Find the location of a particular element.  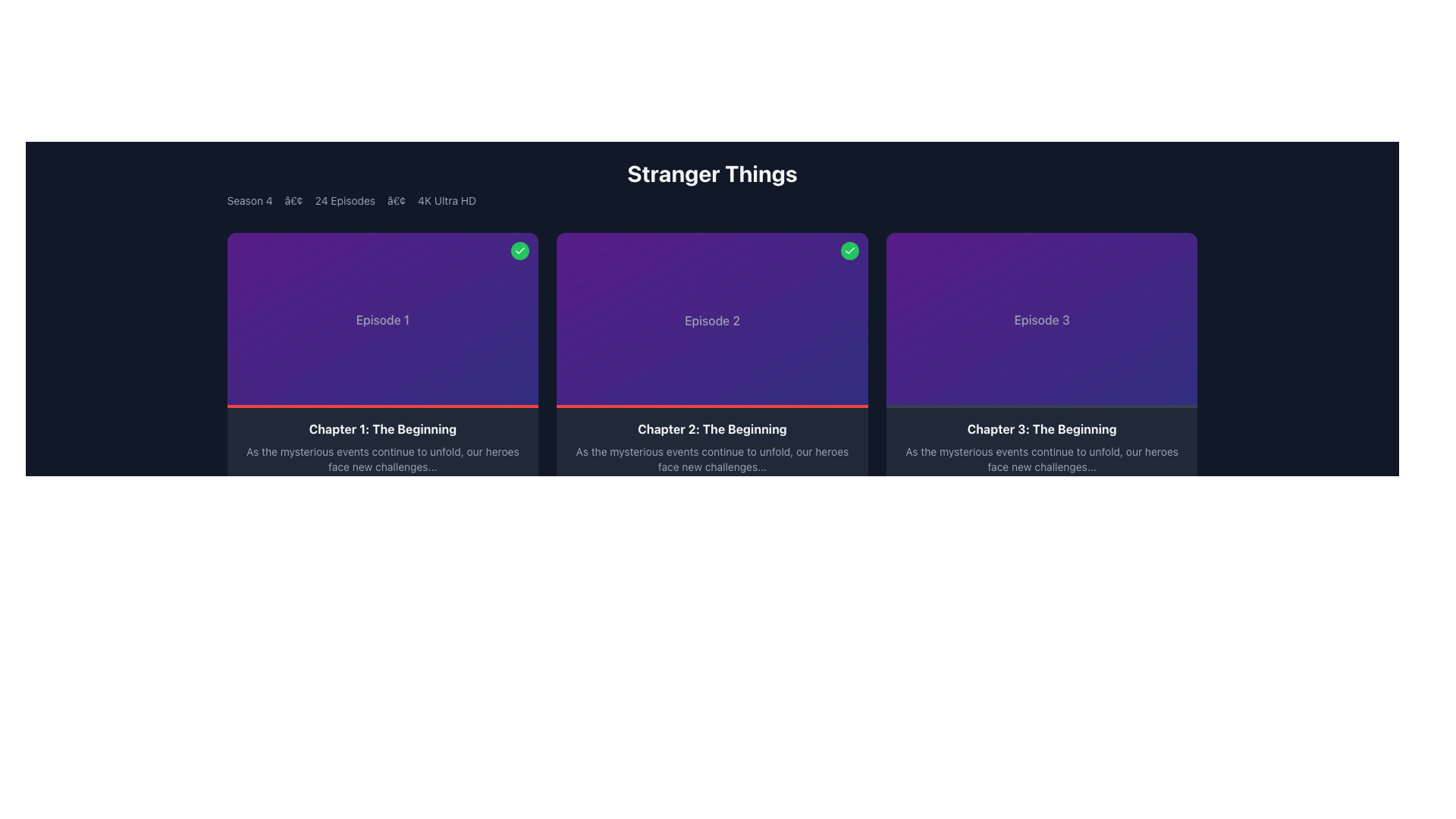

the small circular badge with a green background and a white checkmark icon located at the top-right corner of the 'Episode 2' card is located at coordinates (849, 250).